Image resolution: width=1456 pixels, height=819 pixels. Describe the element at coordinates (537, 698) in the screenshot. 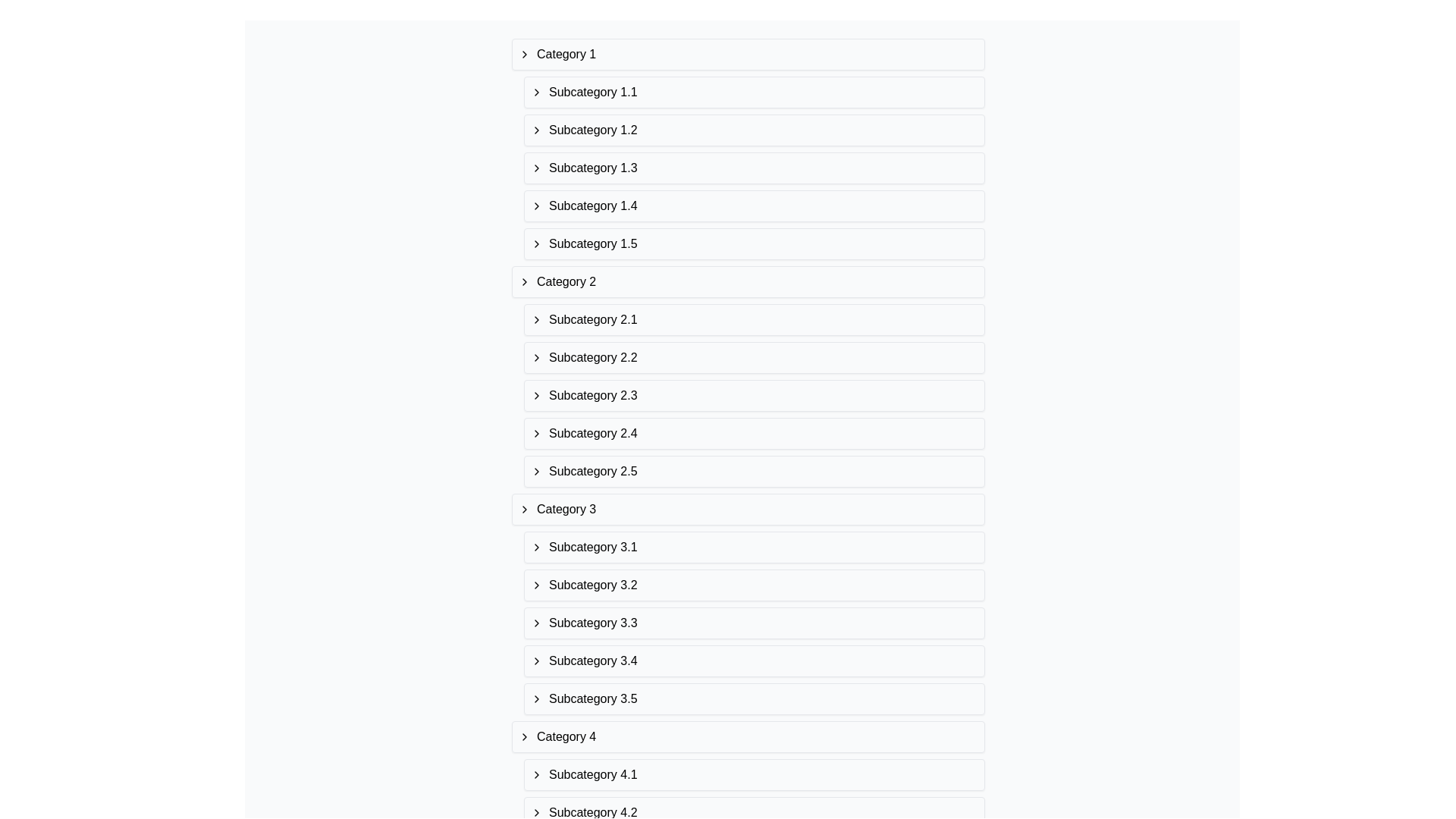

I see `the right-pointing chevron icon located to the left of the text 'Subcategory 3.5'` at that location.